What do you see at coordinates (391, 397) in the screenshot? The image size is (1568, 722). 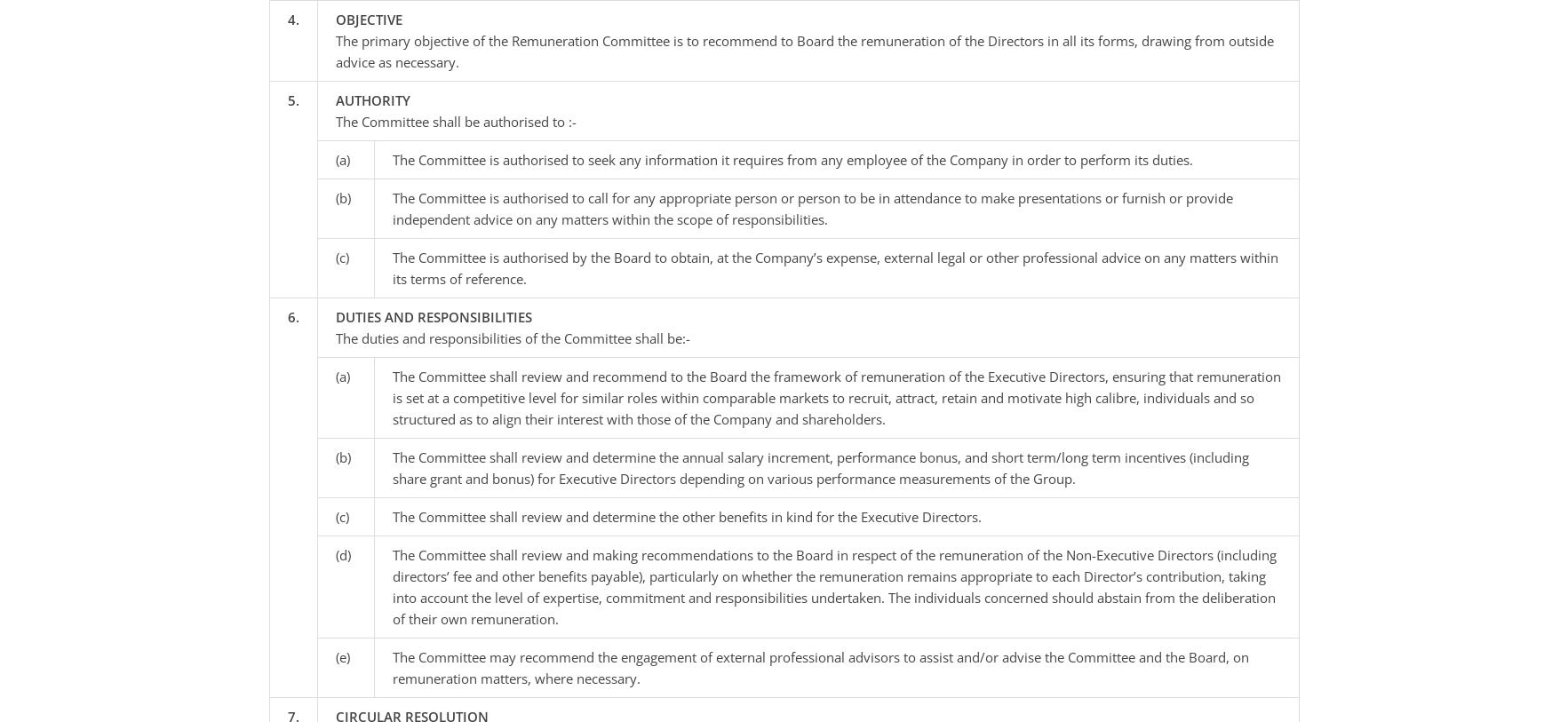 I see `'The Committee shall review and recommend to the  Board the framework of remuneration of the Executive Directors, ensuring that  remuneration is set at a competitive level for similar roles within comparable  markets to recruit, attract, retain and motivate high calibre, individuals and  so structured as to align their interest with those of the Company and  shareholders.'` at bounding box center [391, 397].